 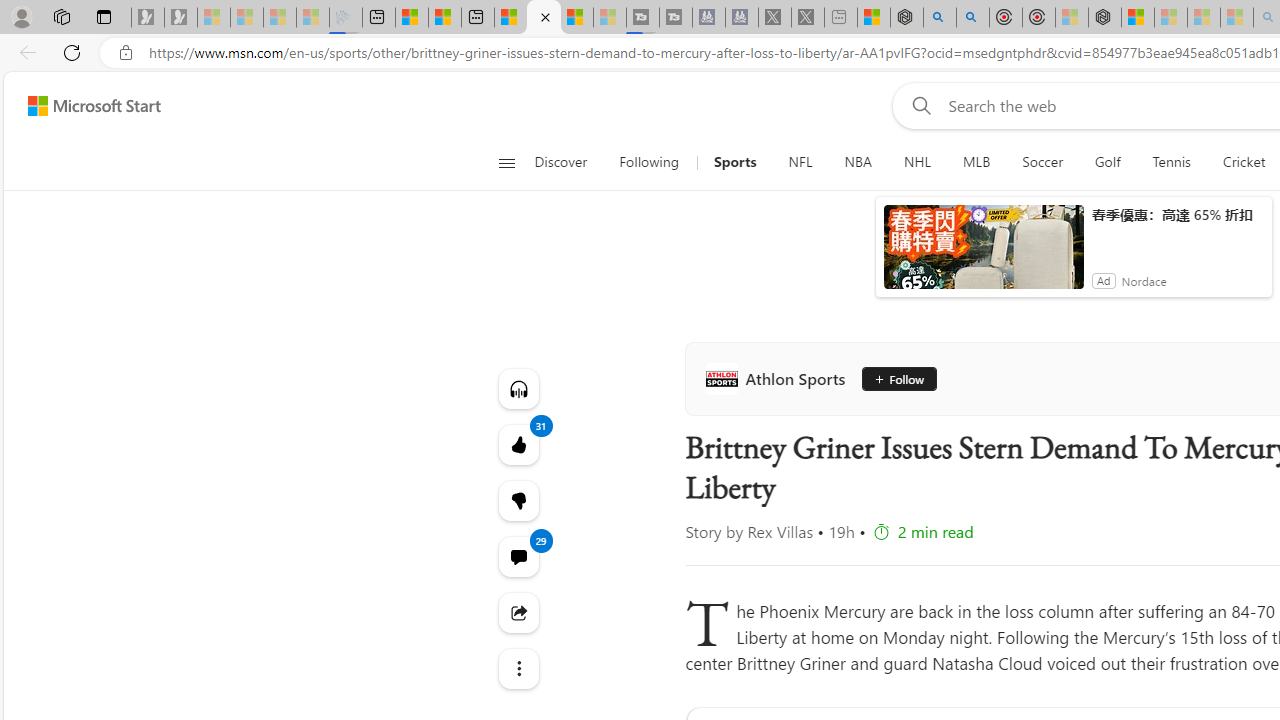 What do you see at coordinates (643, 17) in the screenshot?
I see `'Streaming Coverage | T3 - Sleeping'` at bounding box center [643, 17].